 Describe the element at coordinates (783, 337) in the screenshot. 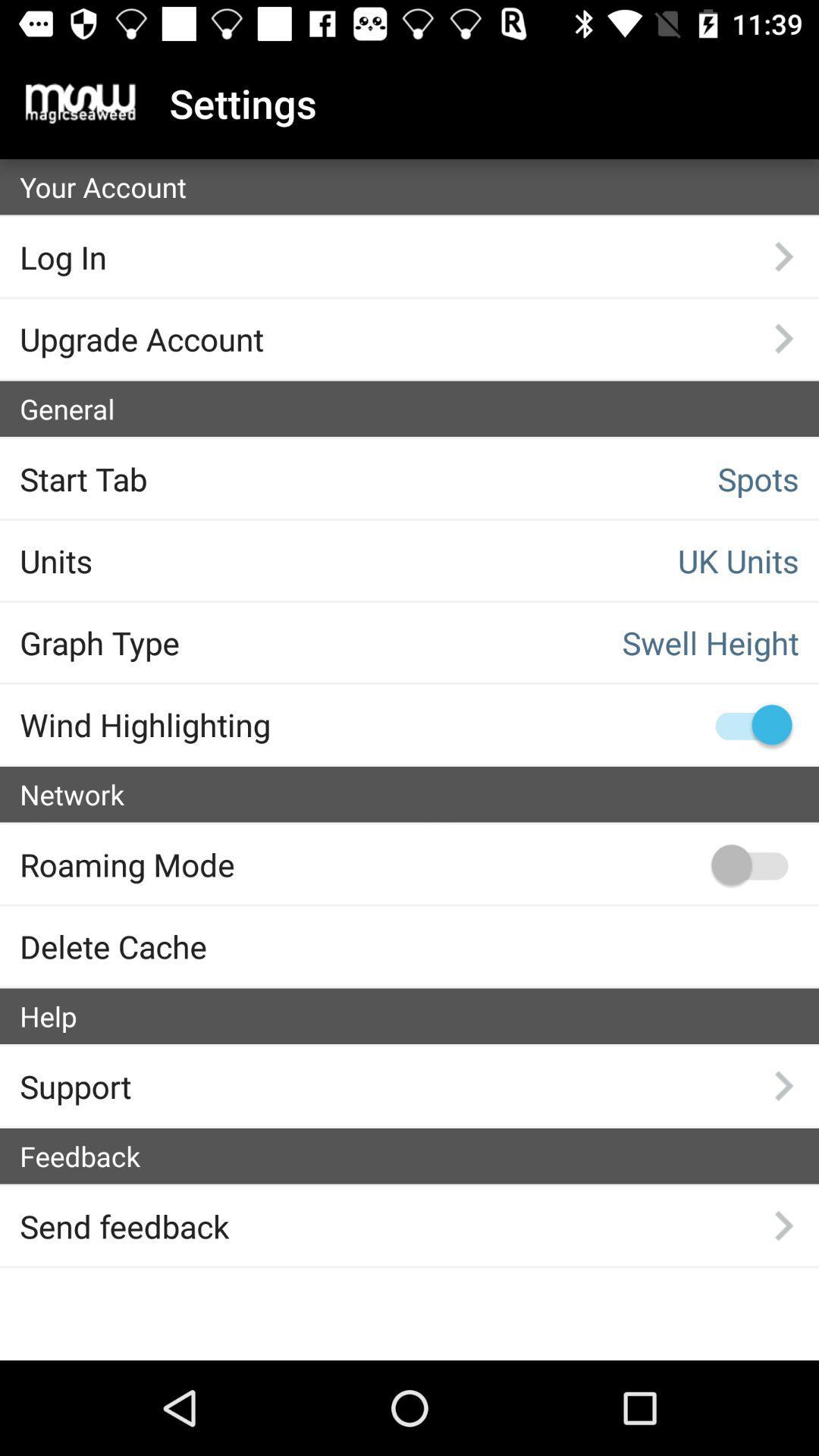

I see `the right arrow icon which is right to upgrade account` at that location.